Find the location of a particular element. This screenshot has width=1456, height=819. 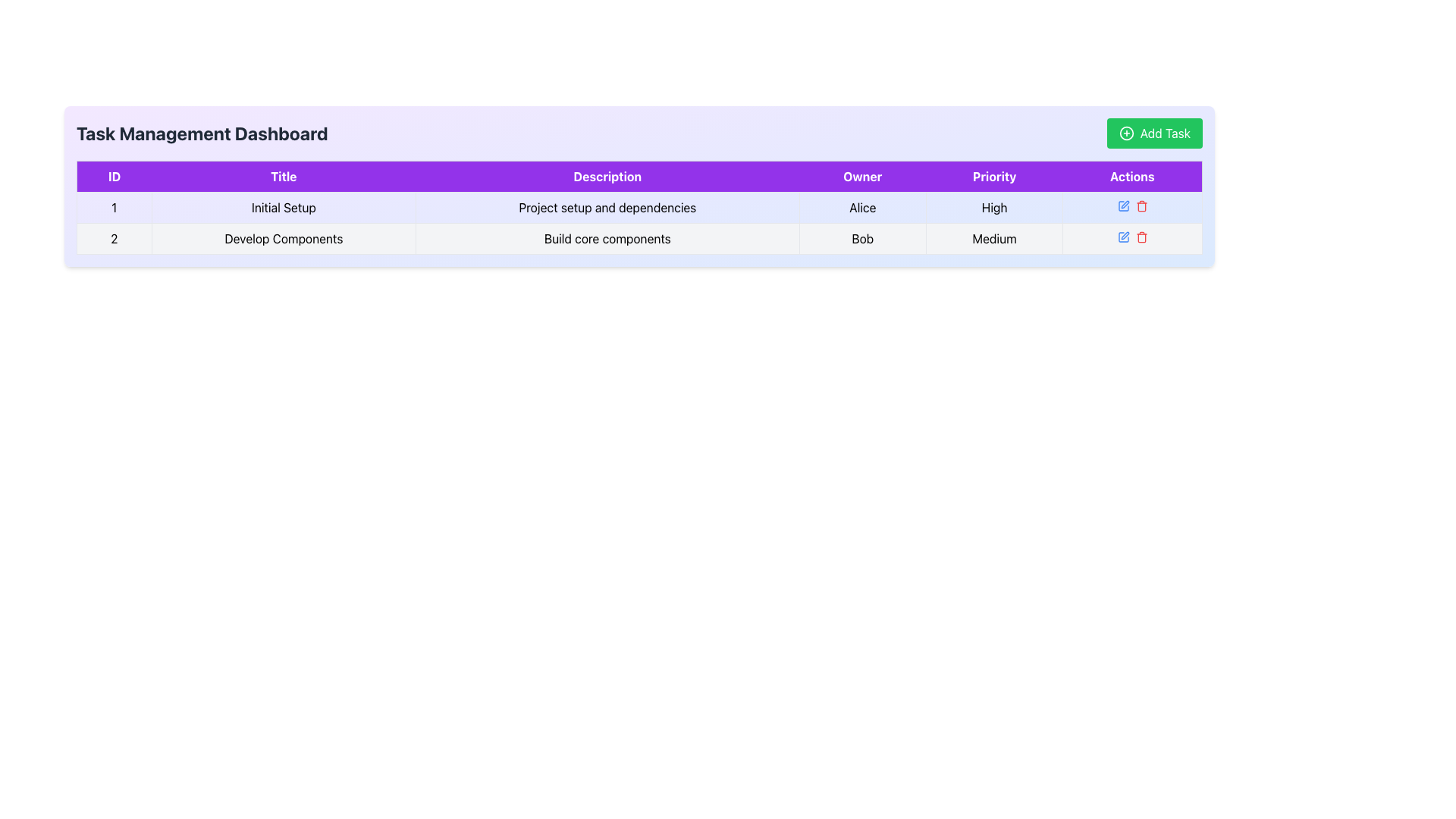

the text component displaying 'Project setup and dependencies' in the 'Description' column of the 'Initial Setup' task is located at coordinates (607, 207).